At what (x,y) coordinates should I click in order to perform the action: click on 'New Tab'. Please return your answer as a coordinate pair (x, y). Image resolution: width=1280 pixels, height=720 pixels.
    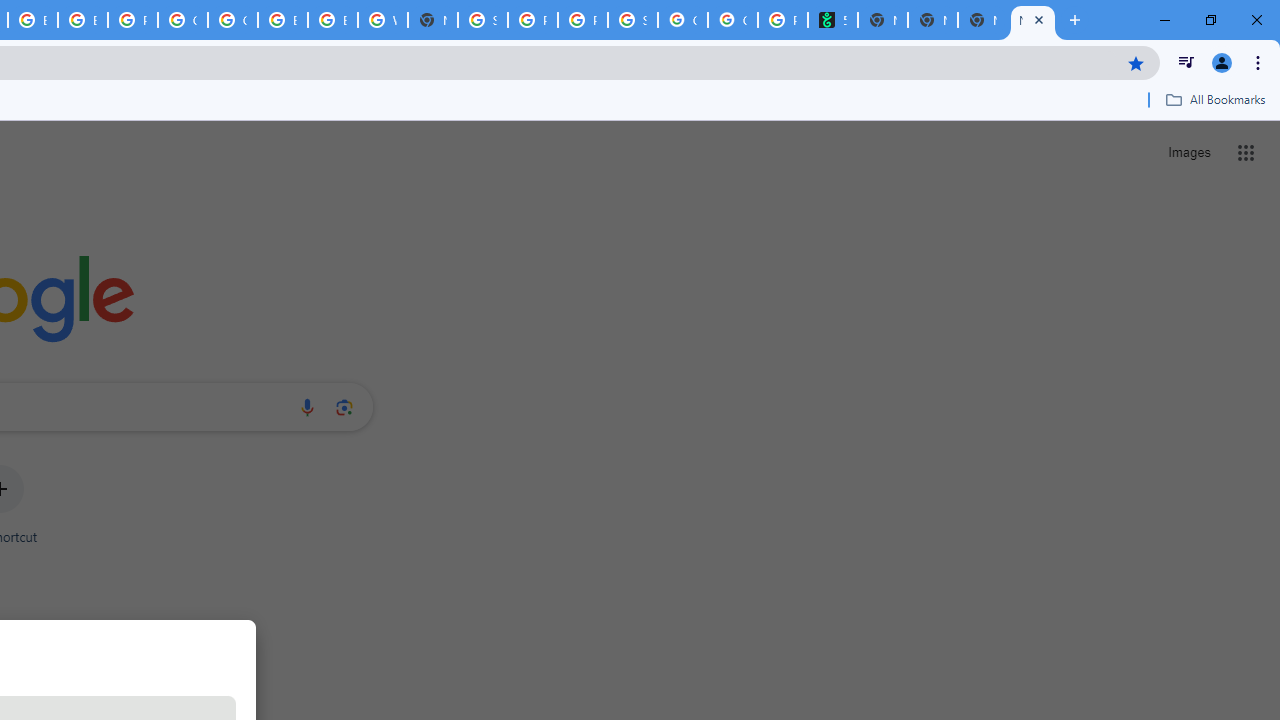
    Looking at the image, I should click on (1032, 20).